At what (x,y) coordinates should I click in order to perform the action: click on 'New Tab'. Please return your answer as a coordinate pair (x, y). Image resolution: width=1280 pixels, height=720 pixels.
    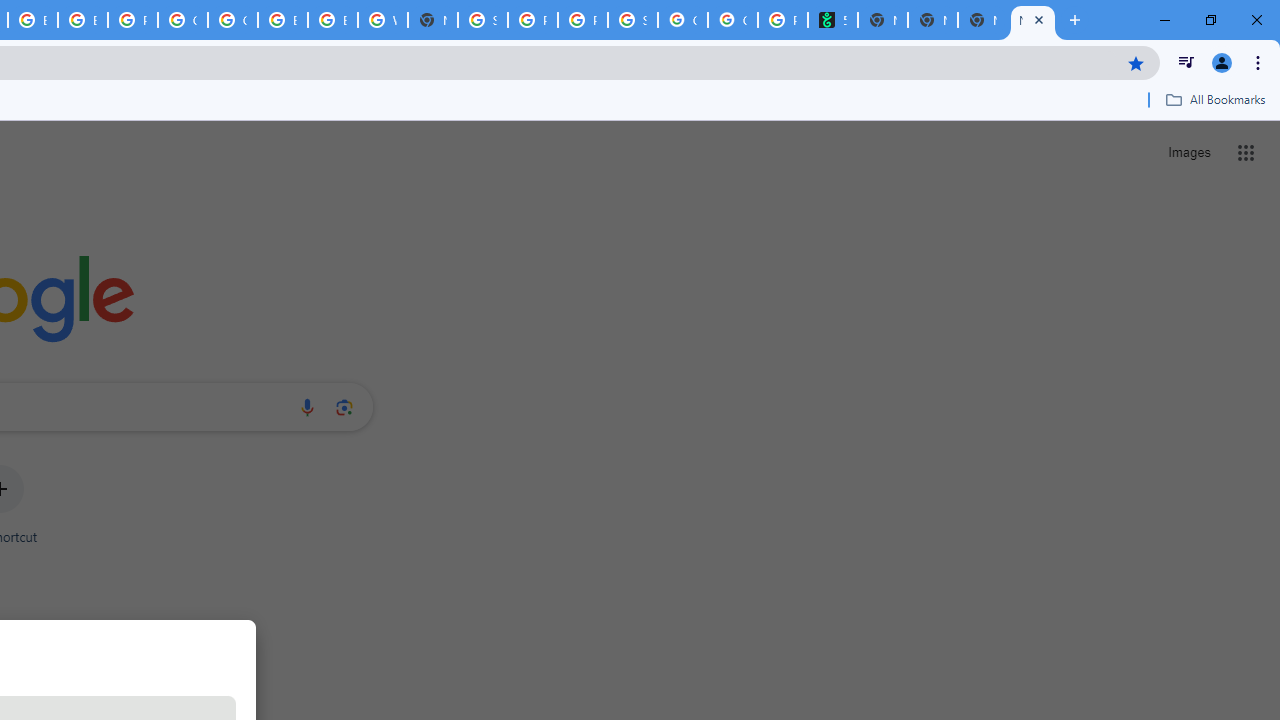
    Looking at the image, I should click on (1032, 20).